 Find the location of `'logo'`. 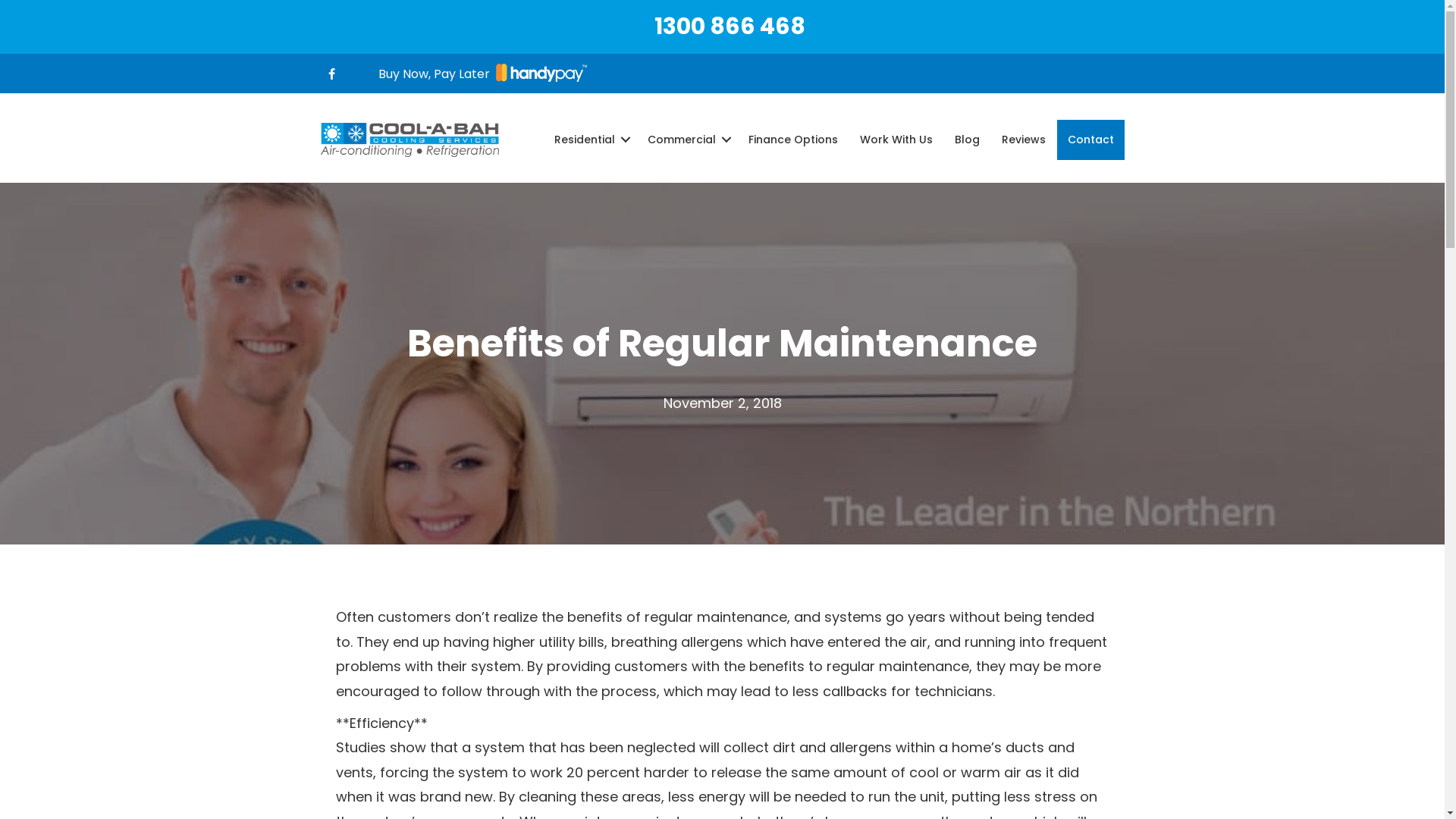

'logo' is located at coordinates (409, 140).